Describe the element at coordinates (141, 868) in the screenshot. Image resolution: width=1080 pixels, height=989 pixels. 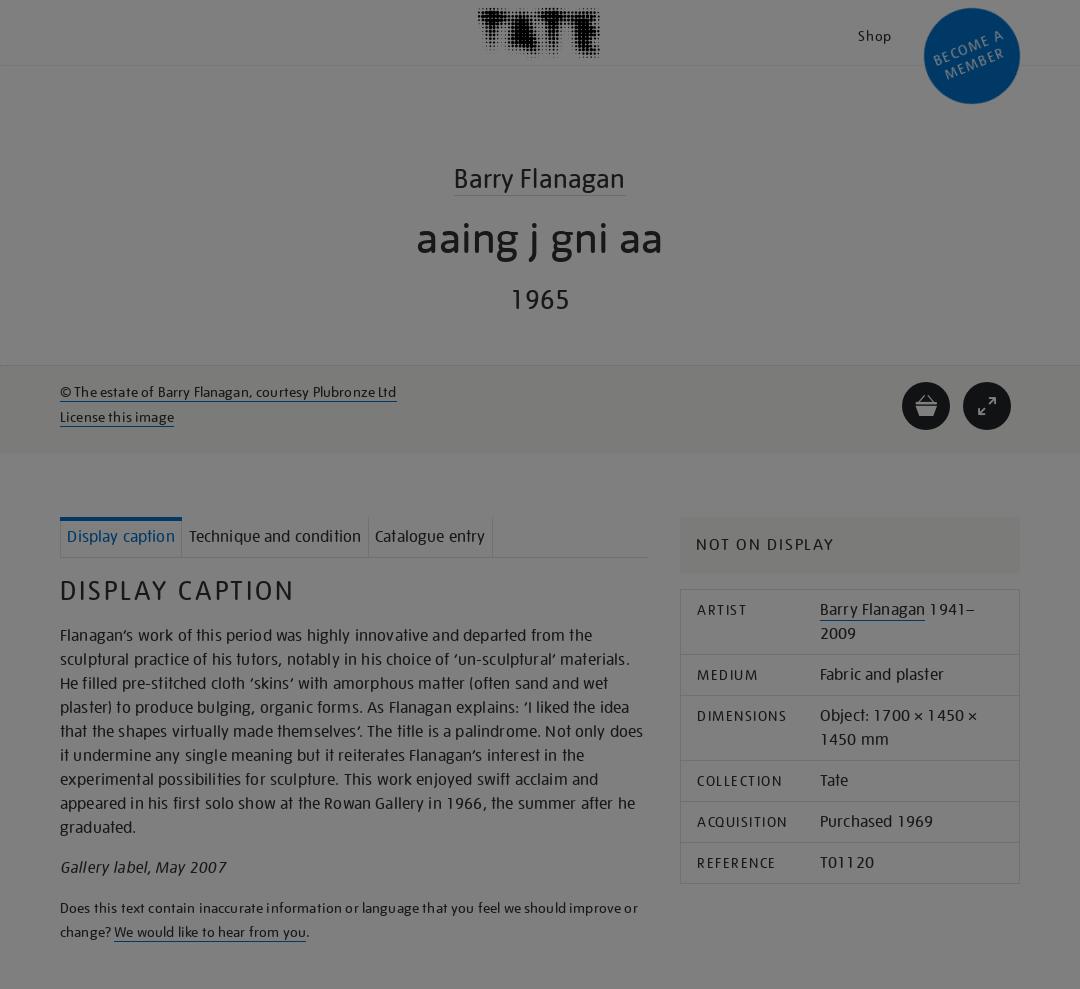
I see `'Gallery label, May 2007'` at that location.